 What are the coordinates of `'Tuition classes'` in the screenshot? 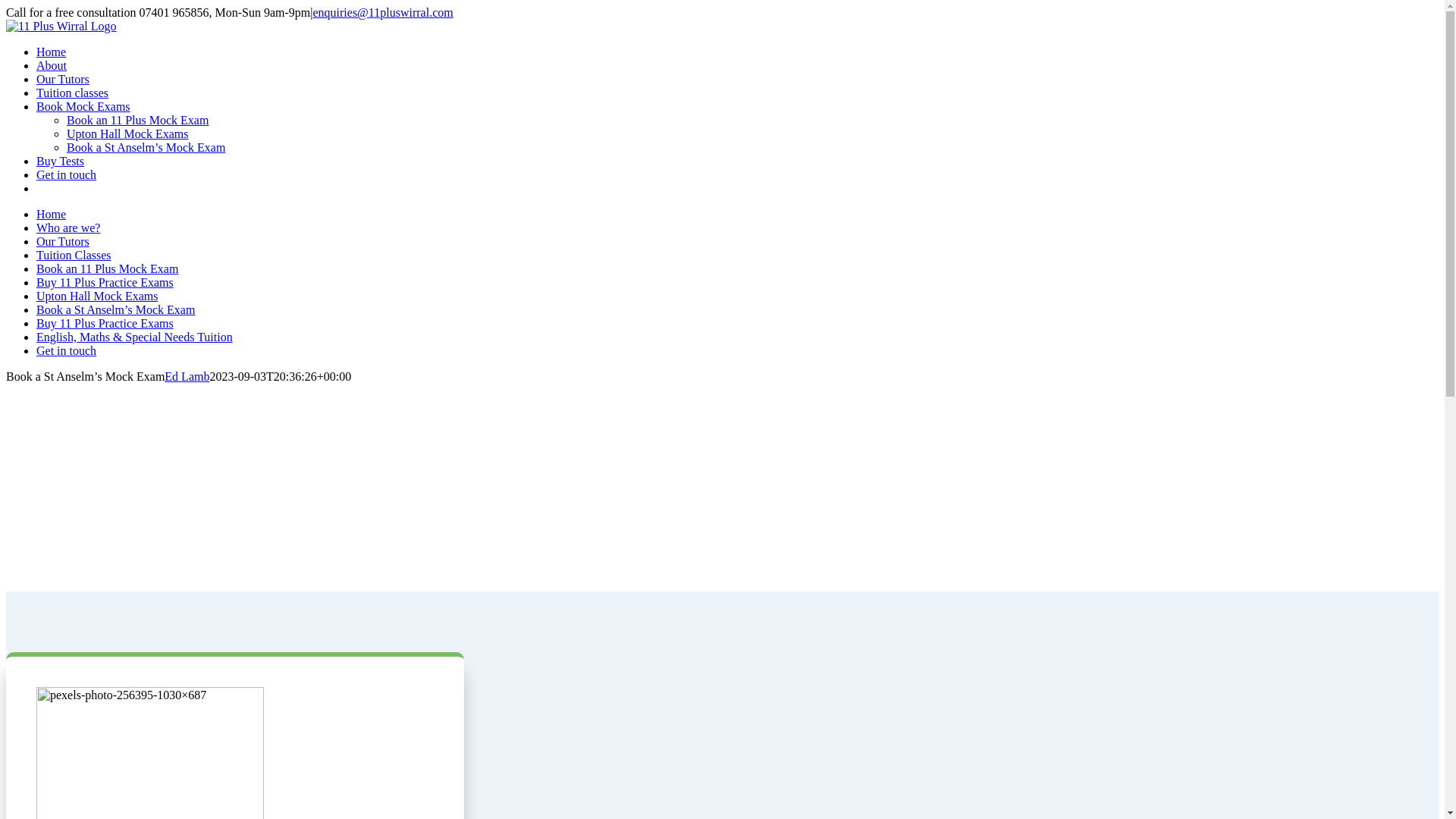 It's located at (71, 93).